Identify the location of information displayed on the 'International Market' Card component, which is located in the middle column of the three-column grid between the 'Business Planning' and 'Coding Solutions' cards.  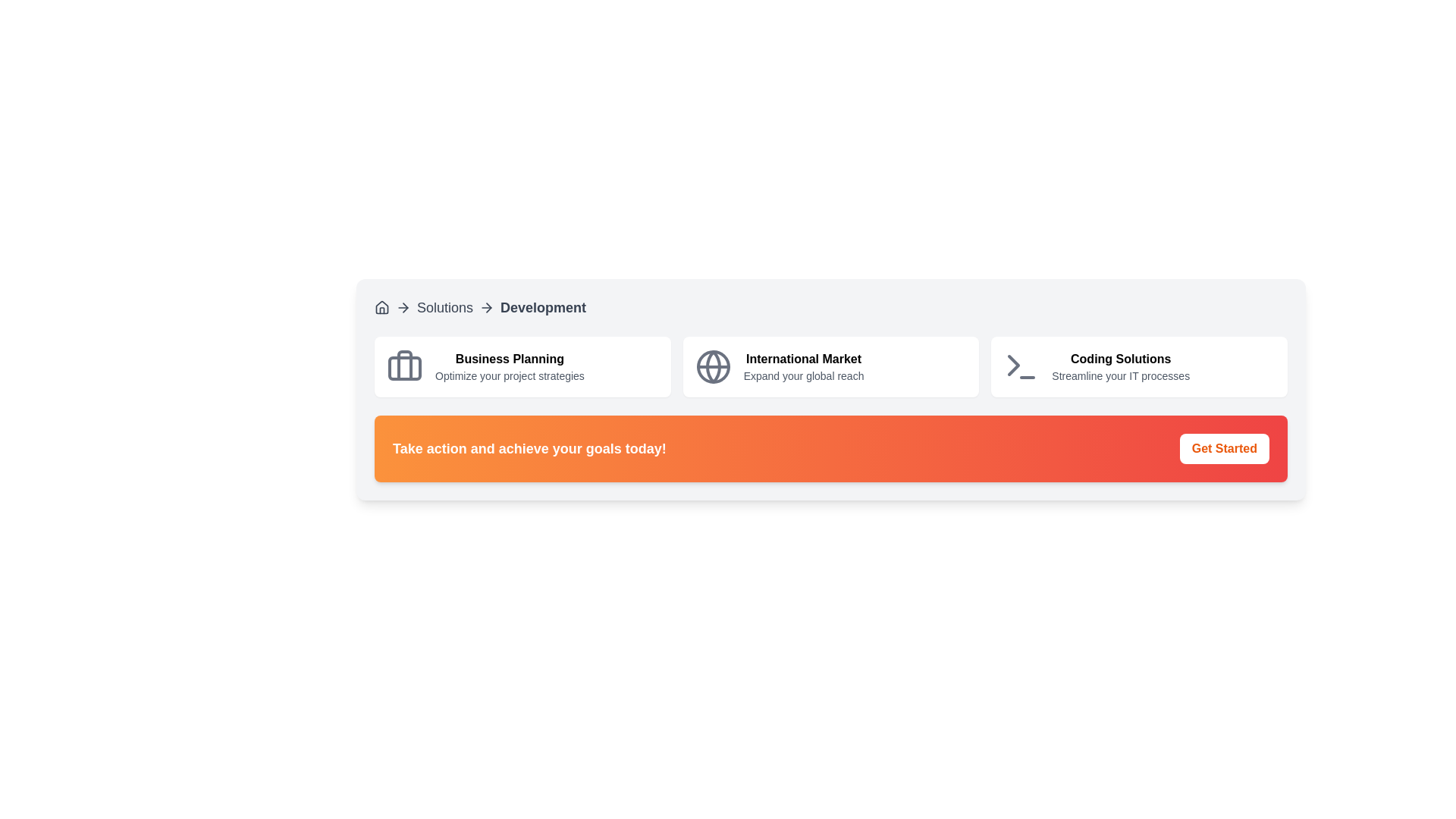
(830, 366).